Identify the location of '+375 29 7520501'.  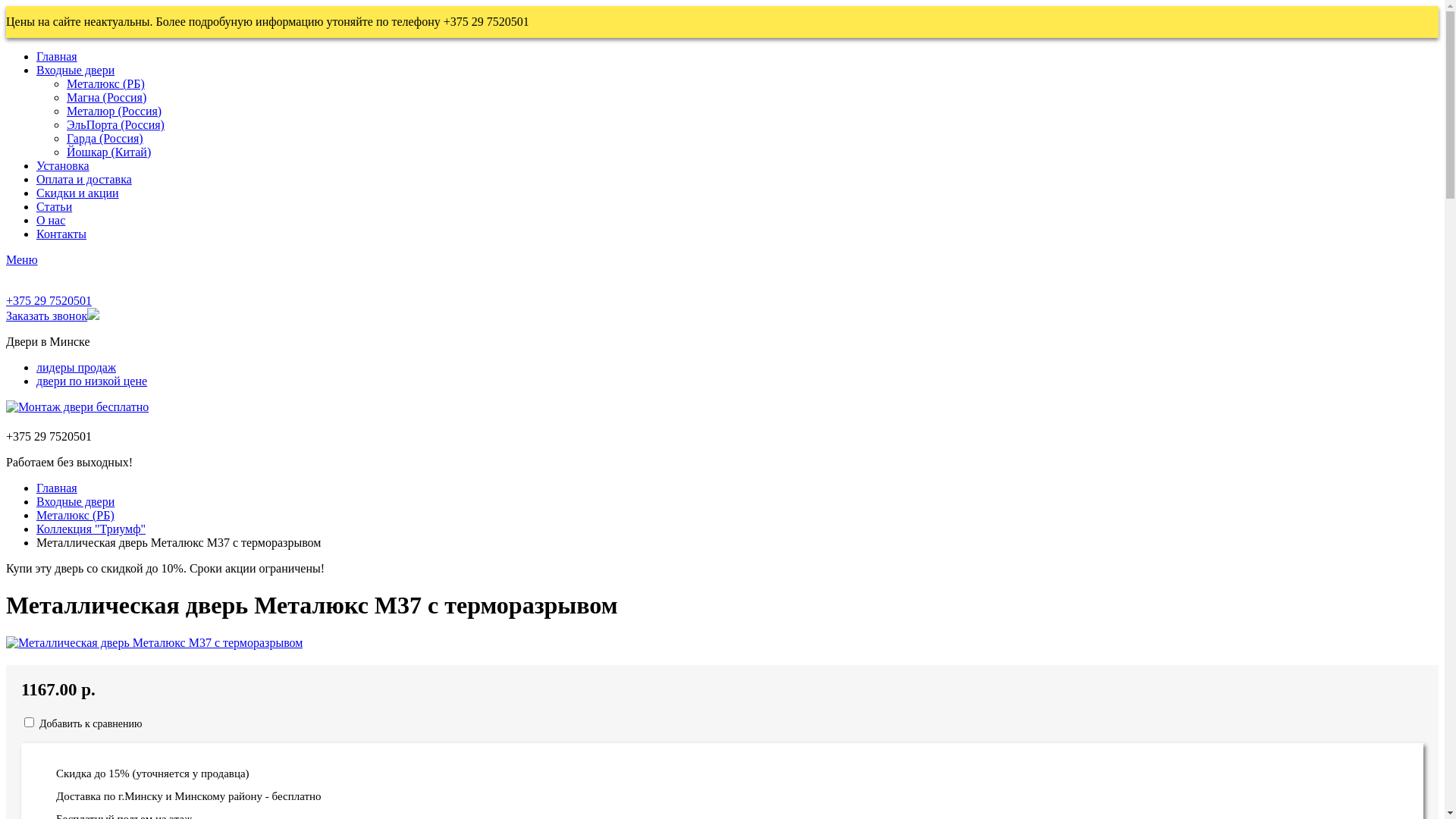
(49, 300).